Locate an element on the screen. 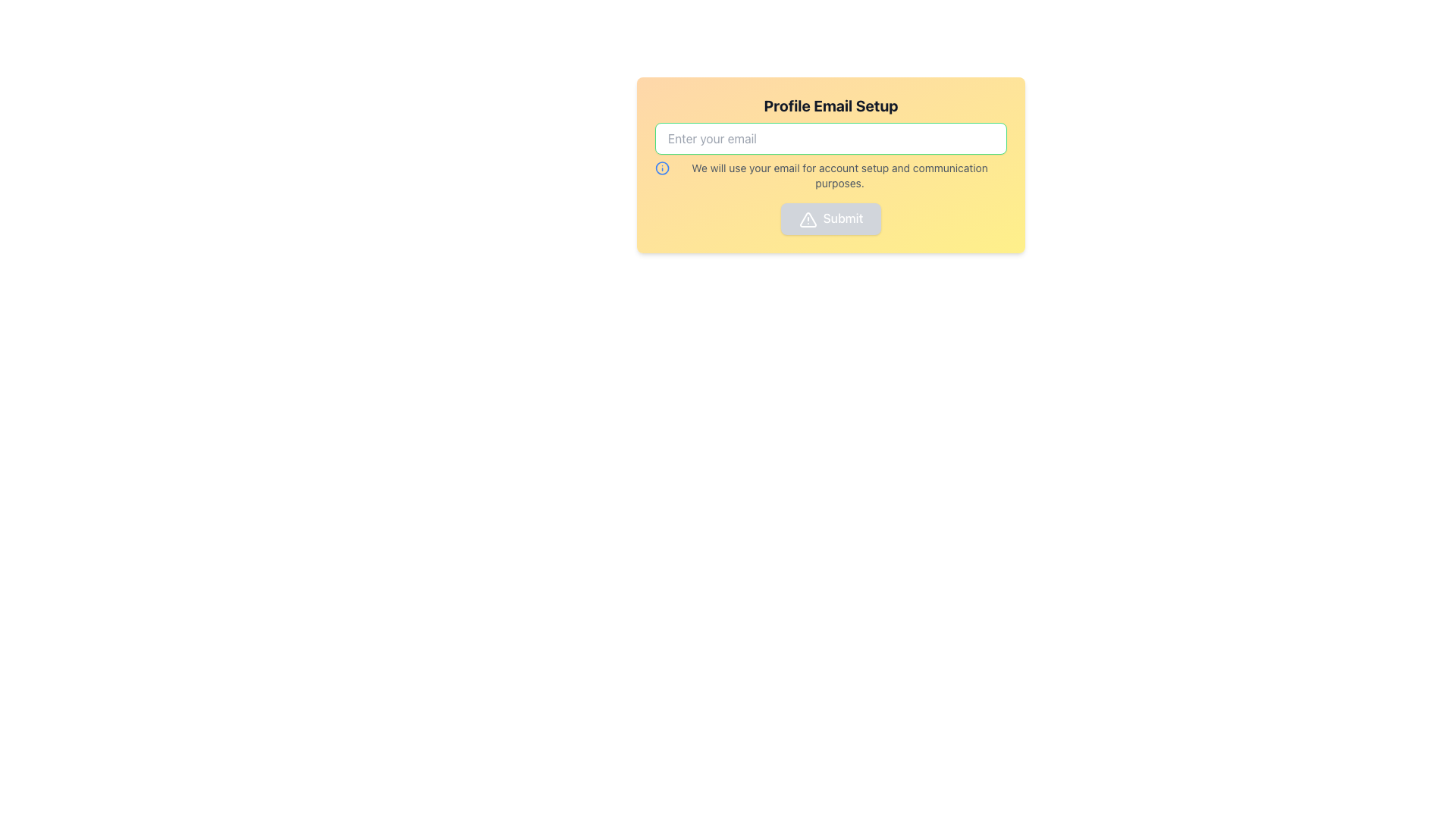  the alert icon located inside the disabled 'Submit' button in the 'Profile Email Setup' section, which indicates a non-clickable state is located at coordinates (807, 219).